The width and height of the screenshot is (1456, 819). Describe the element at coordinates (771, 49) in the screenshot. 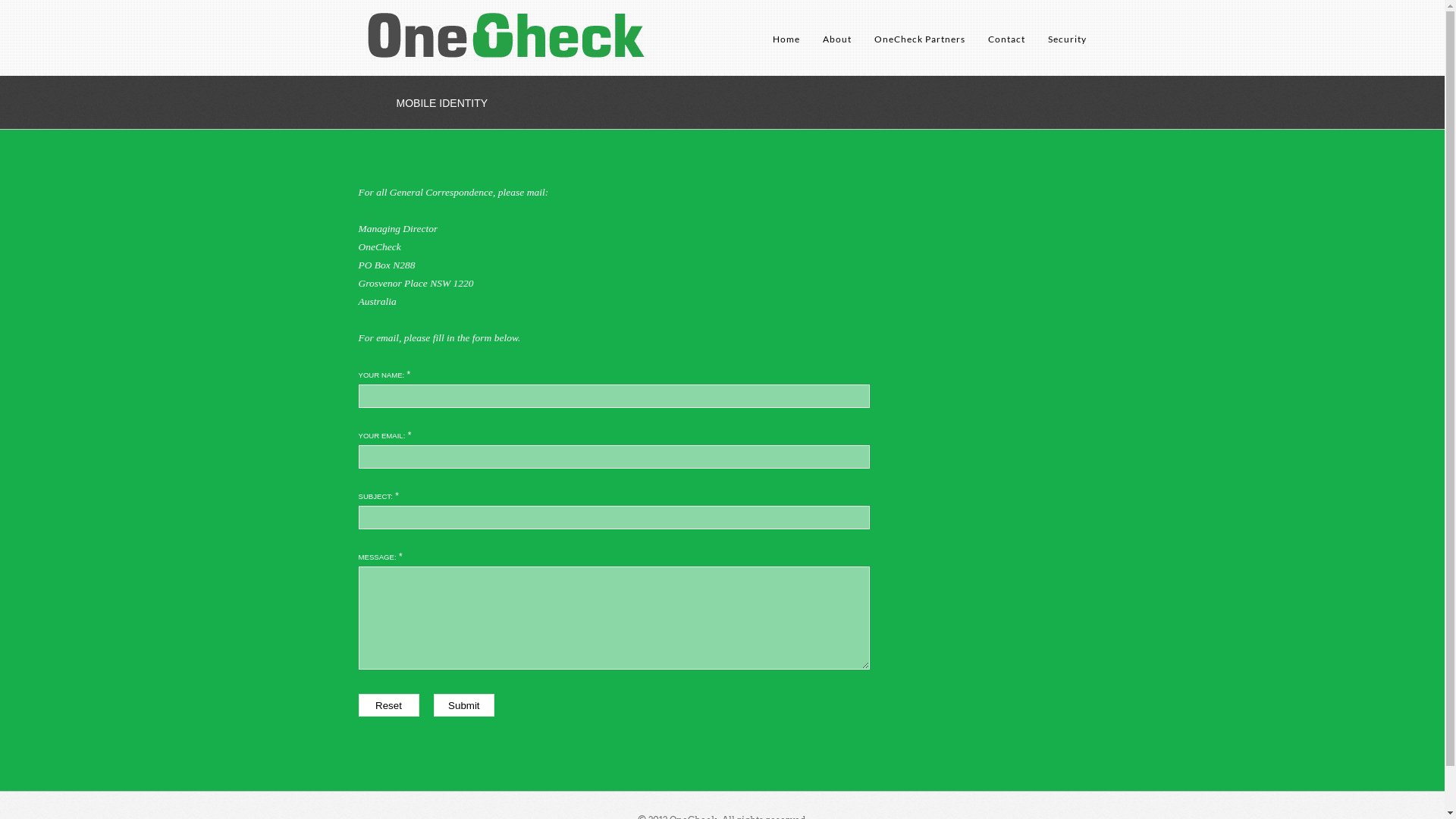

I see `'Home'` at that location.